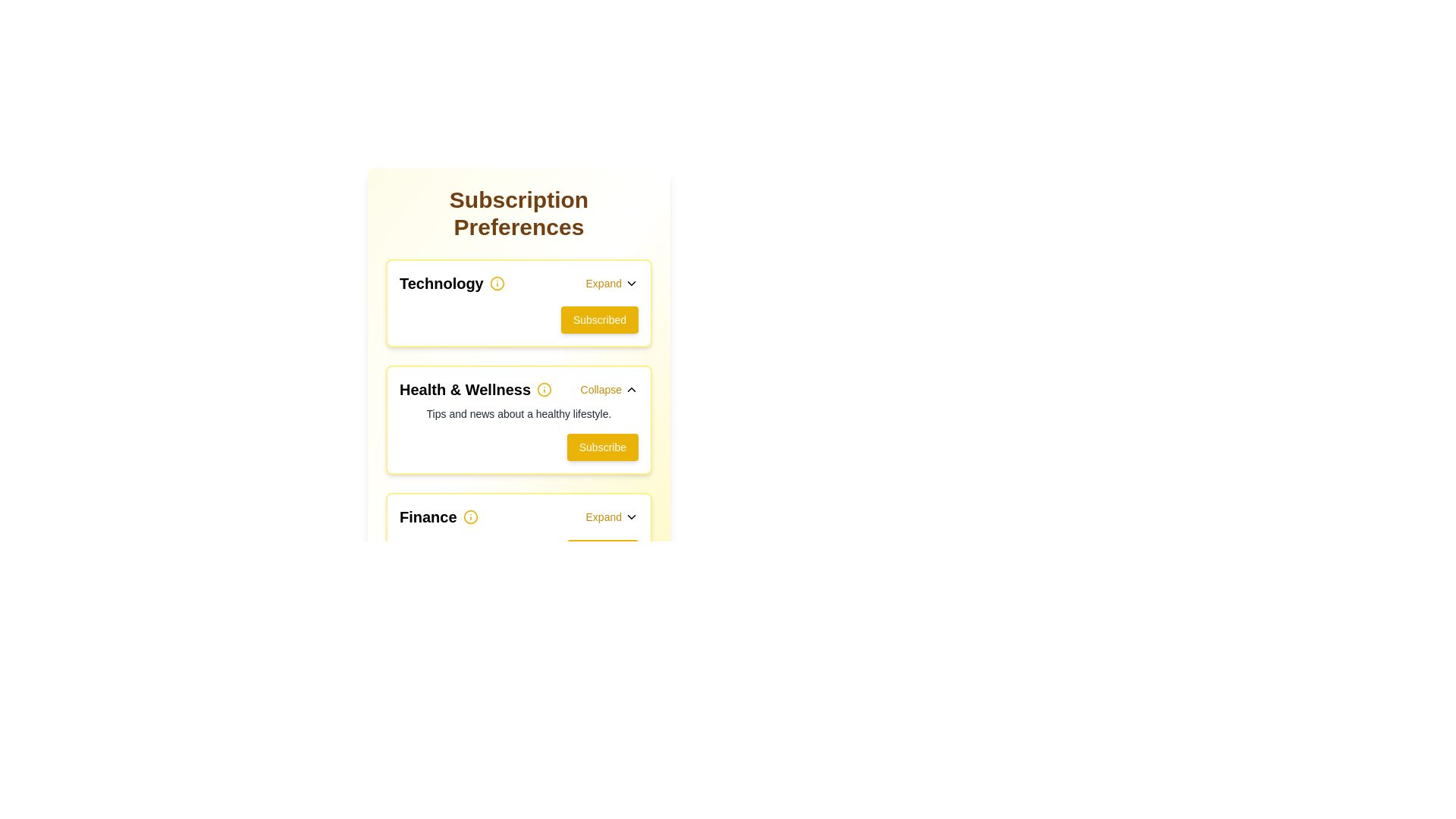 This screenshot has width=1456, height=819. I want to click on the small golden yellow outlined circle within the 'Technology' informational icon, which is positioned at the top of the subscription categories, so click(497, 284).